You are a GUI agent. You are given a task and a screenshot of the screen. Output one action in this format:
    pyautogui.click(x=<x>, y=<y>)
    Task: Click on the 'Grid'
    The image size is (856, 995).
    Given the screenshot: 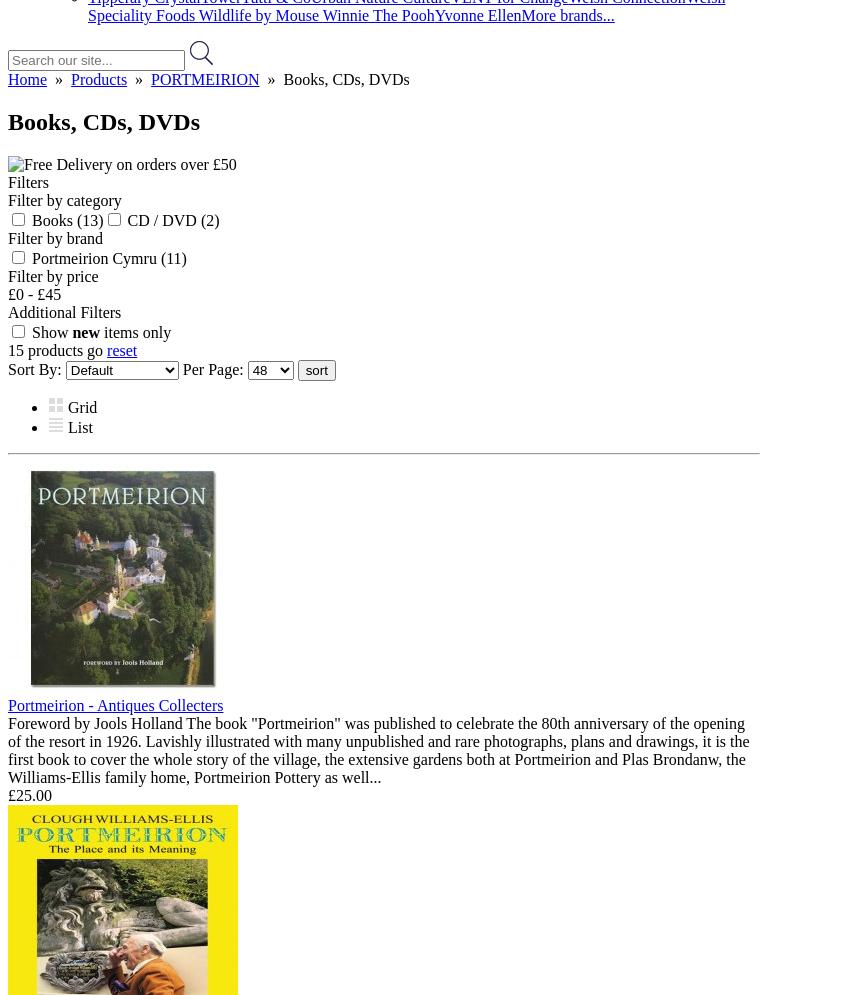 What is the action you would take?
    pyautogui.click(x=80, y=406)
    